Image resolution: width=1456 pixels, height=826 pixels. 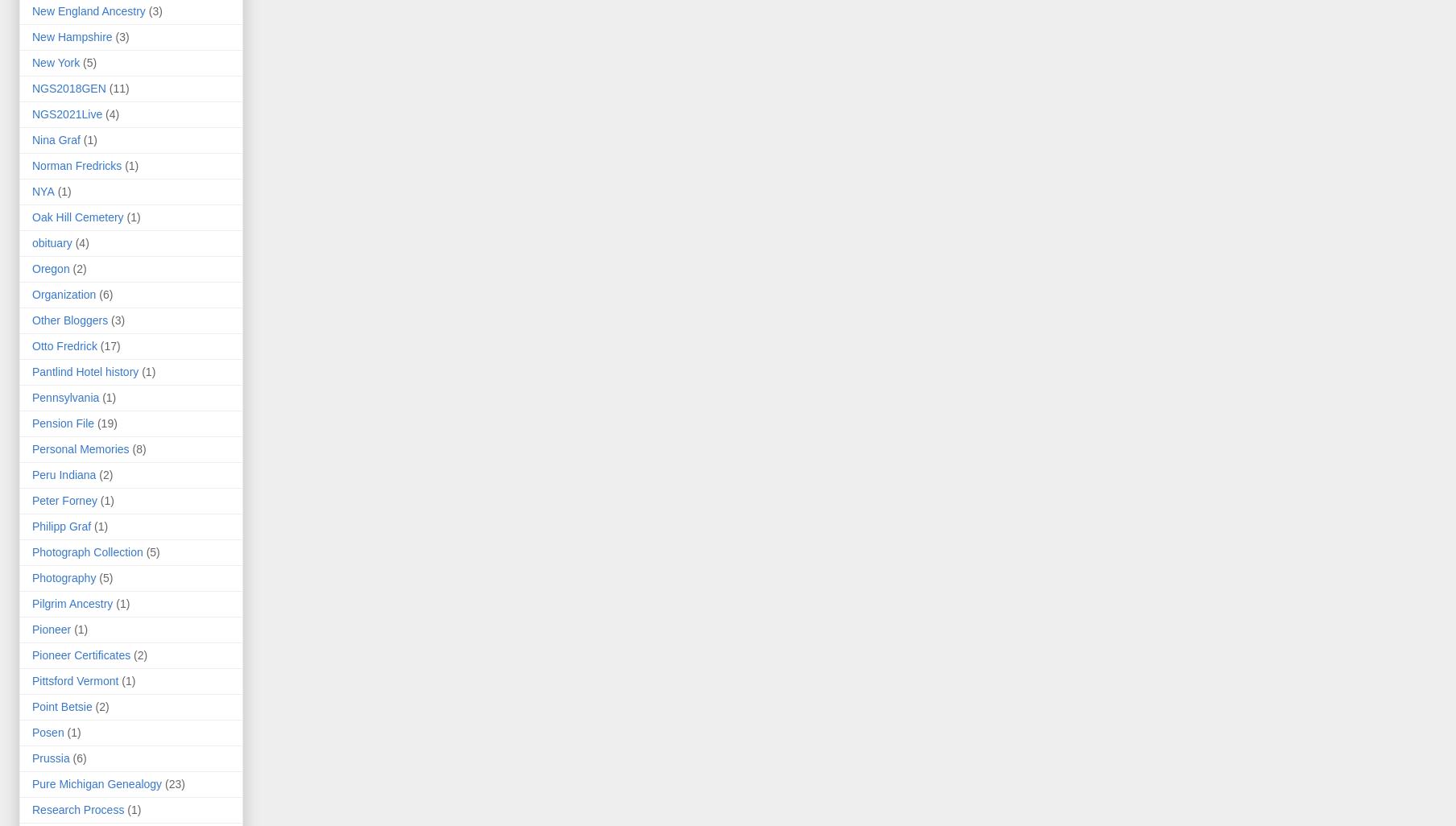 I want to click on 'Oregon', so click(x=50, y=268).